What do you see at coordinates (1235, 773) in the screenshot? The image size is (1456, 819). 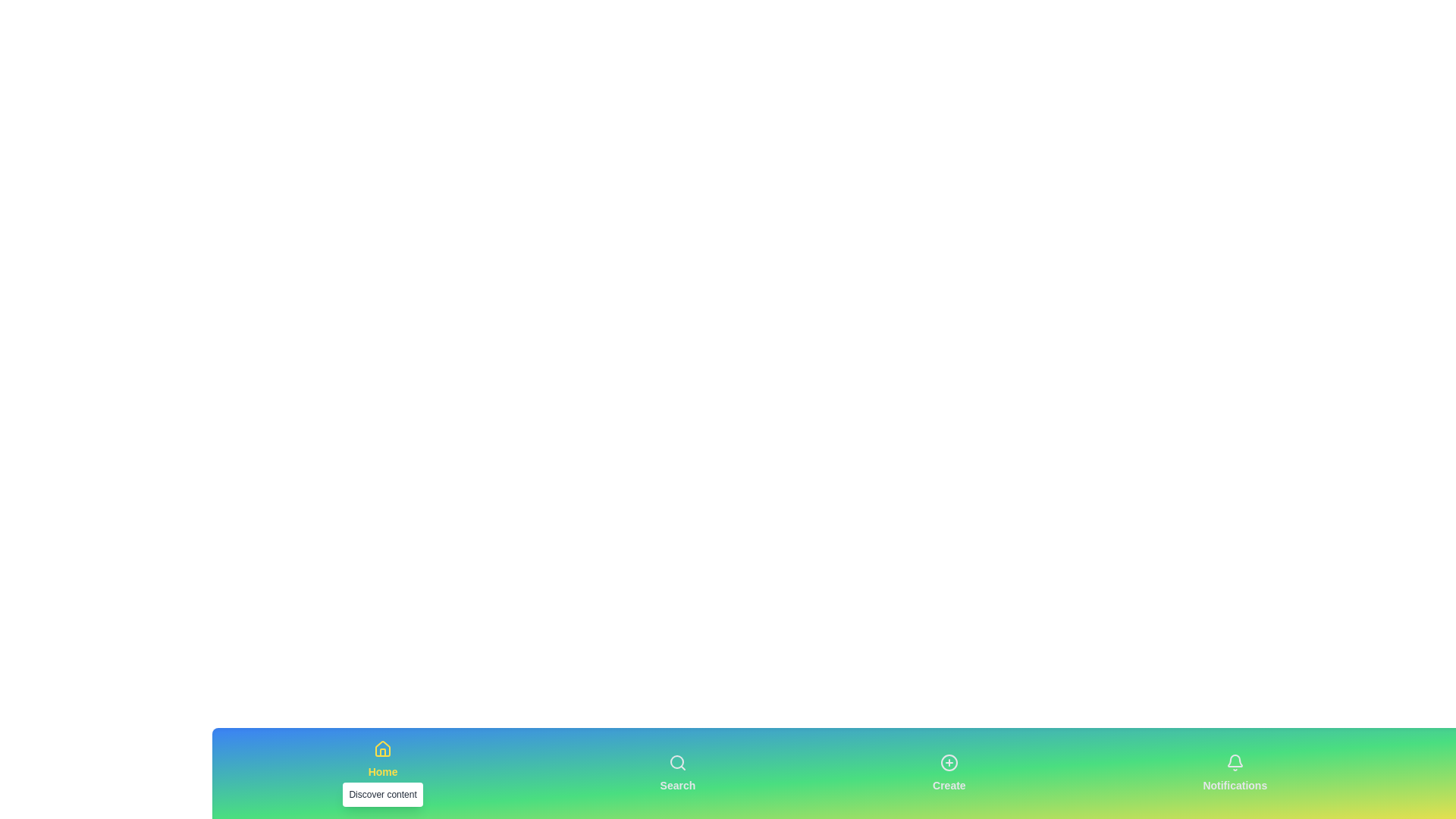 I see `the tab icon labeled 'Notifications' to observe the hover effect` at bounding box center [1235, 773].